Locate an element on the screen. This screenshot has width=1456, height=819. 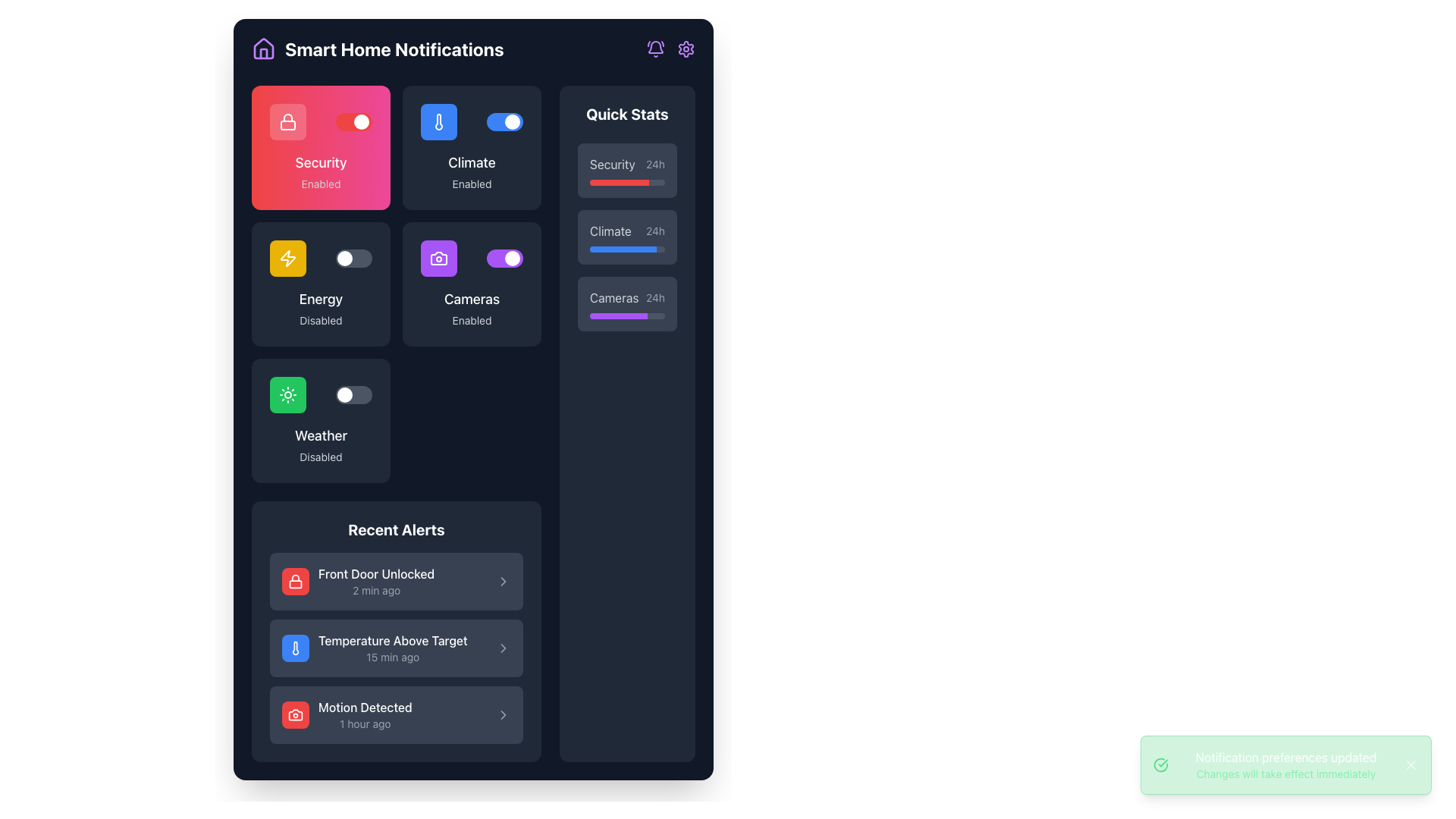
the 'Cameras' text label, which is displayed in a grayish font as part of the statistics section on a dark background, positioned above the '24h' label in the 'Quick Stats' section is located at coordinates (614, 298).